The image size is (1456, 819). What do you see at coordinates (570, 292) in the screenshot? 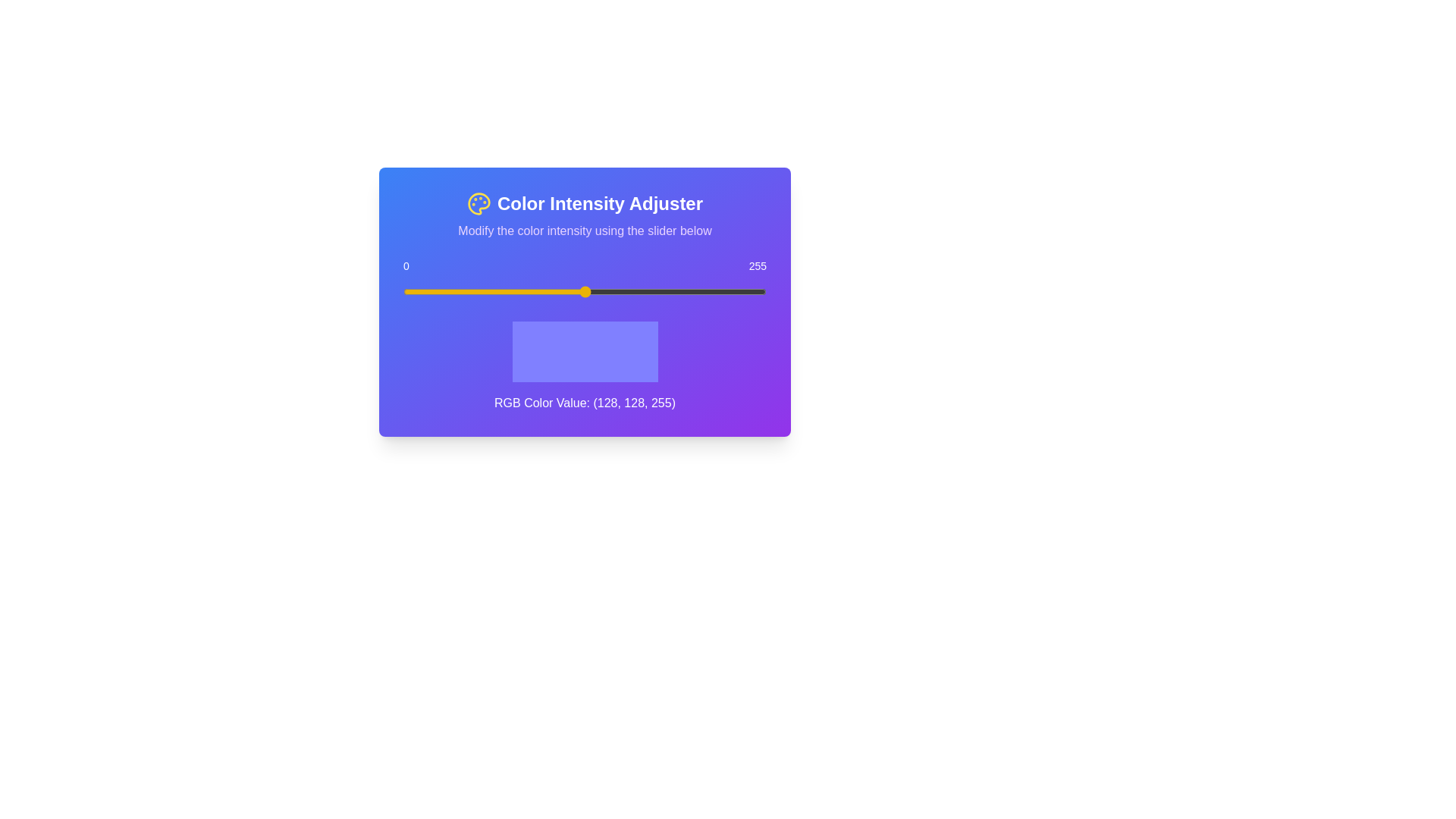
I see `the slider to set the color intensity to 118` at bounding box center [570, 292].